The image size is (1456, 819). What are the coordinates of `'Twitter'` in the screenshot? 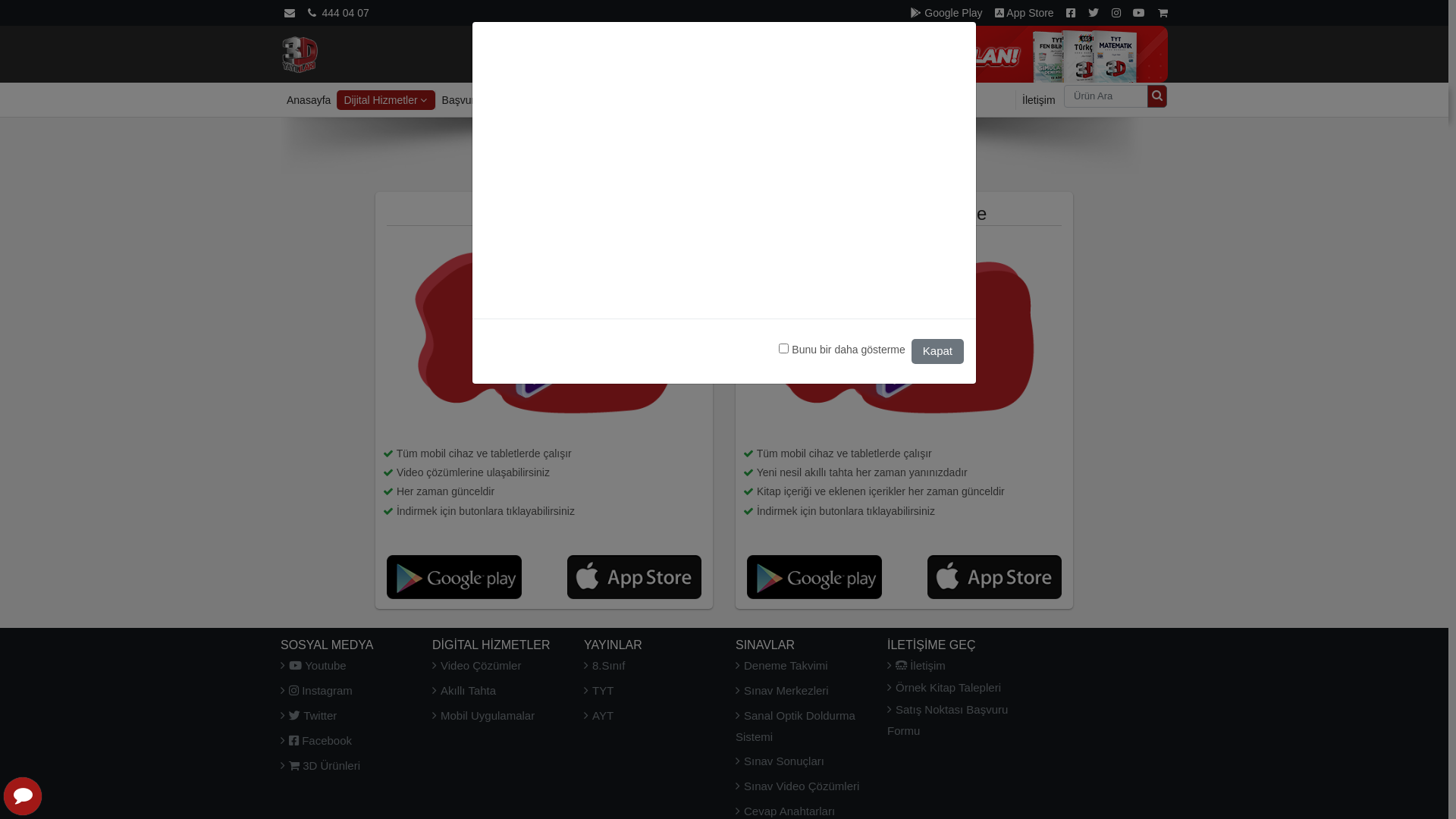 It's located at (308, 715).